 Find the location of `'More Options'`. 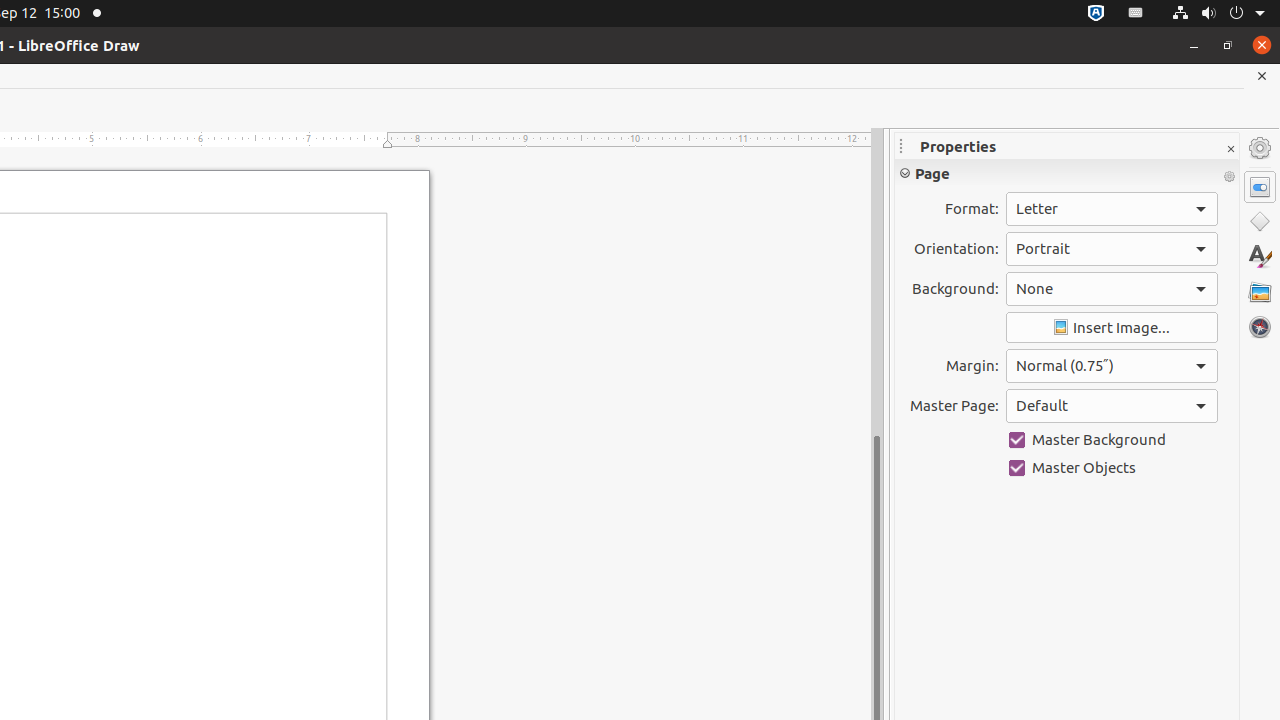

'More Options' is located at coordinates (1228, 175).